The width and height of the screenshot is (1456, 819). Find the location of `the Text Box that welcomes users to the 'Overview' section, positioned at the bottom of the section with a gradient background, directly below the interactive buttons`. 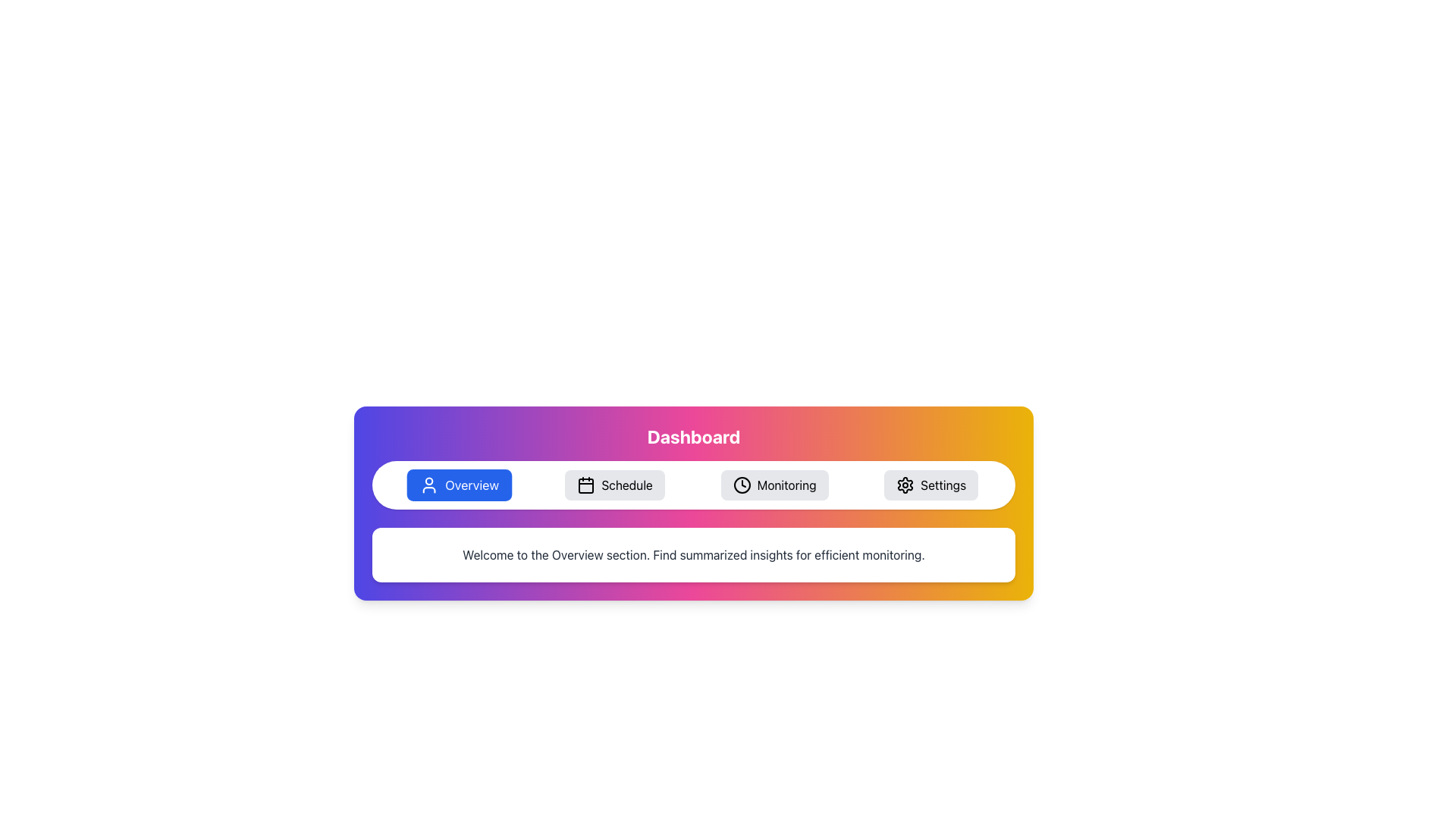

the Text Box that welcomes users to the 'Overview' section, positioned at the bottom of the section with a gradient background, directly below the interactive buttons is located at coordinates (693, 555).